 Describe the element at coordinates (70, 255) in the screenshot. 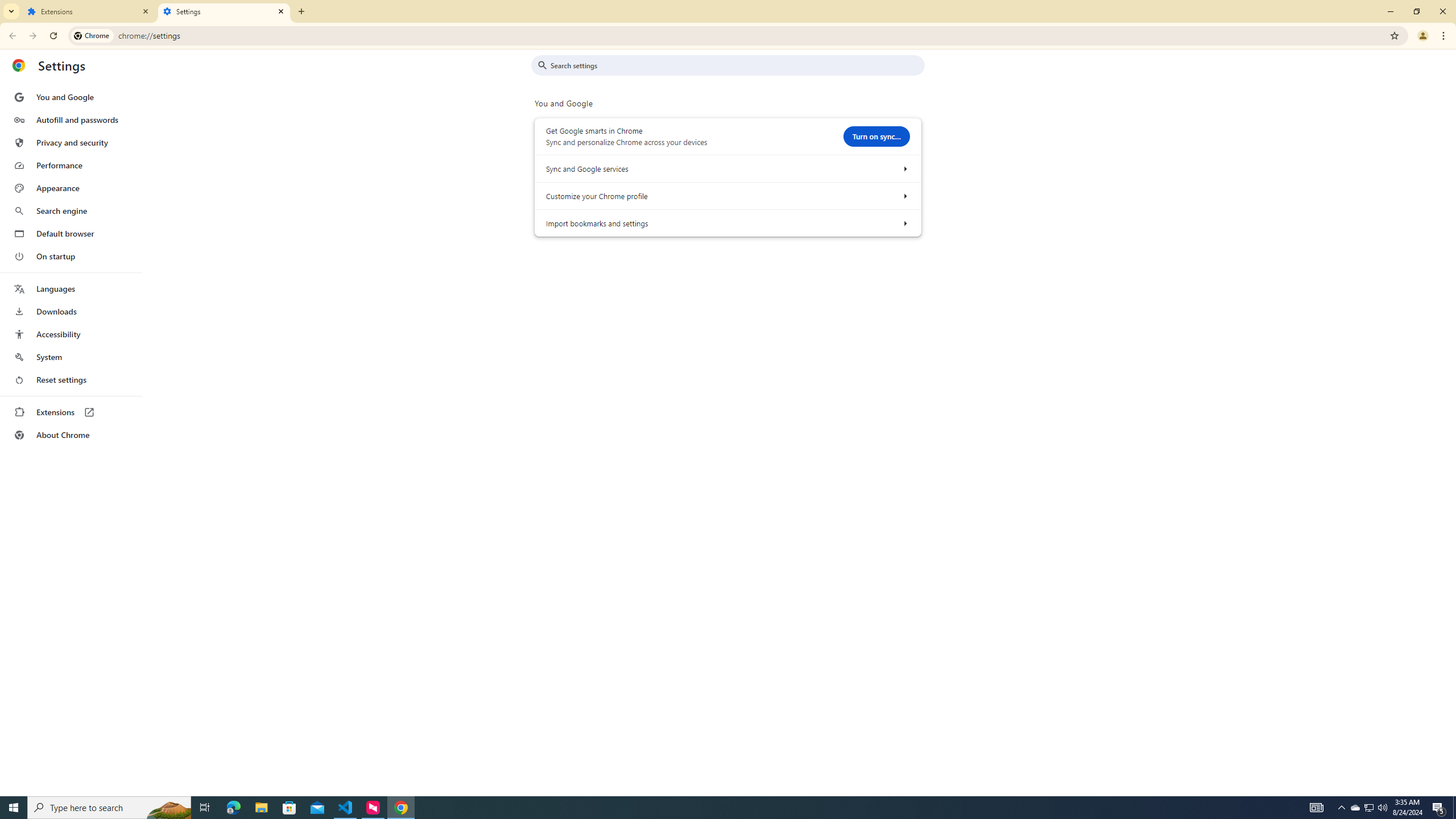

I see `'On startup'` at that location.